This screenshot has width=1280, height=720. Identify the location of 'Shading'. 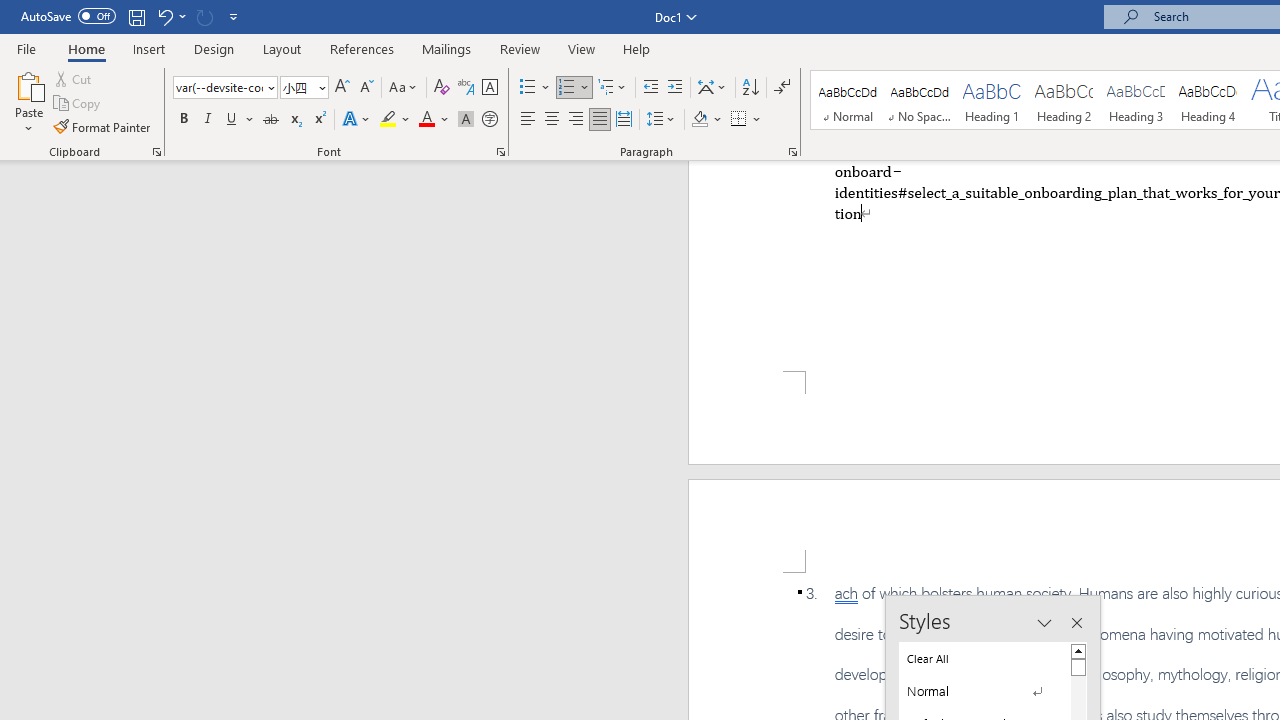
(707, 119).